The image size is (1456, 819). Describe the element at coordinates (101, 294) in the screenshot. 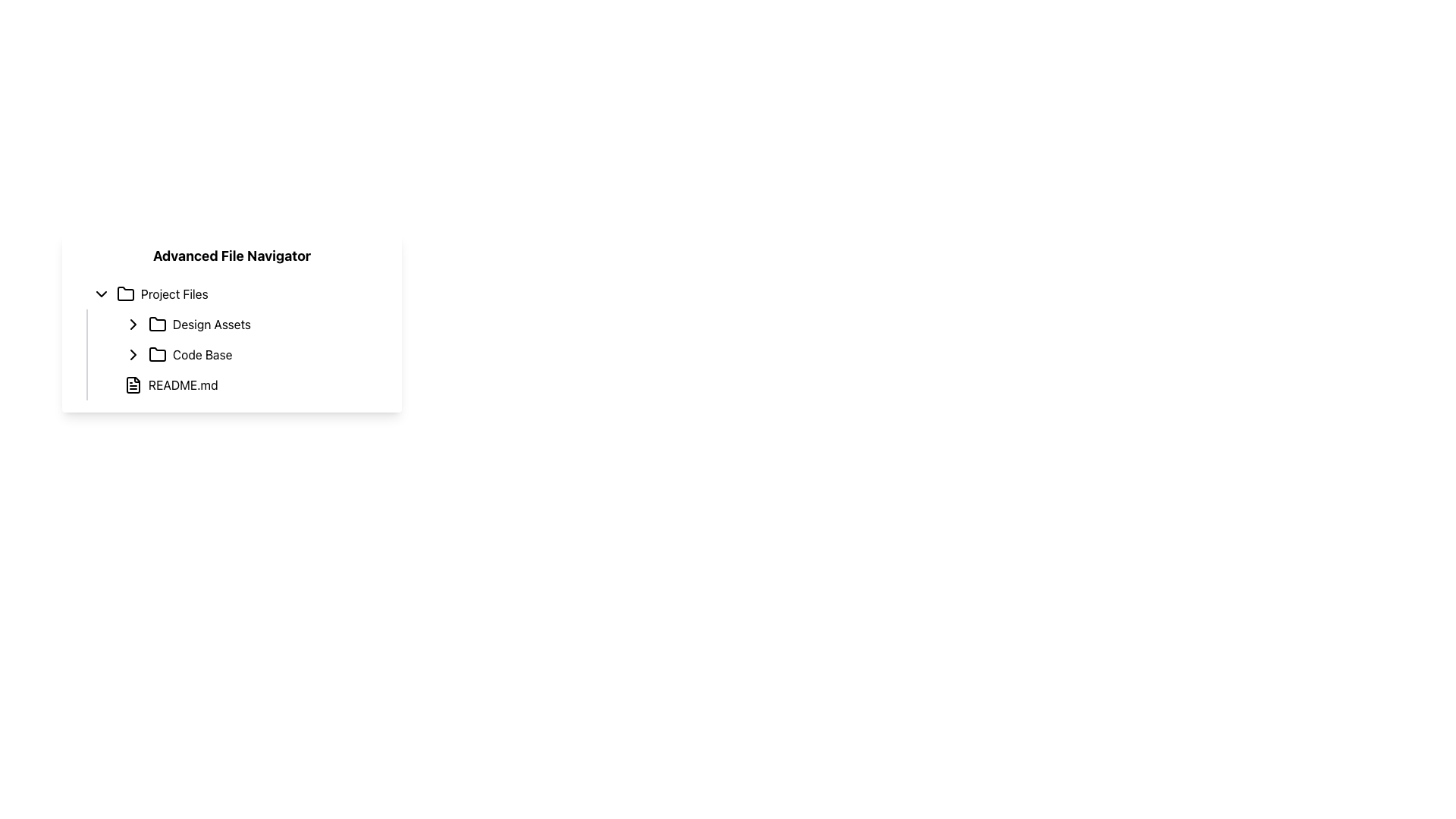

I see `the downward-facing chevron toggle icon located next` at that location.